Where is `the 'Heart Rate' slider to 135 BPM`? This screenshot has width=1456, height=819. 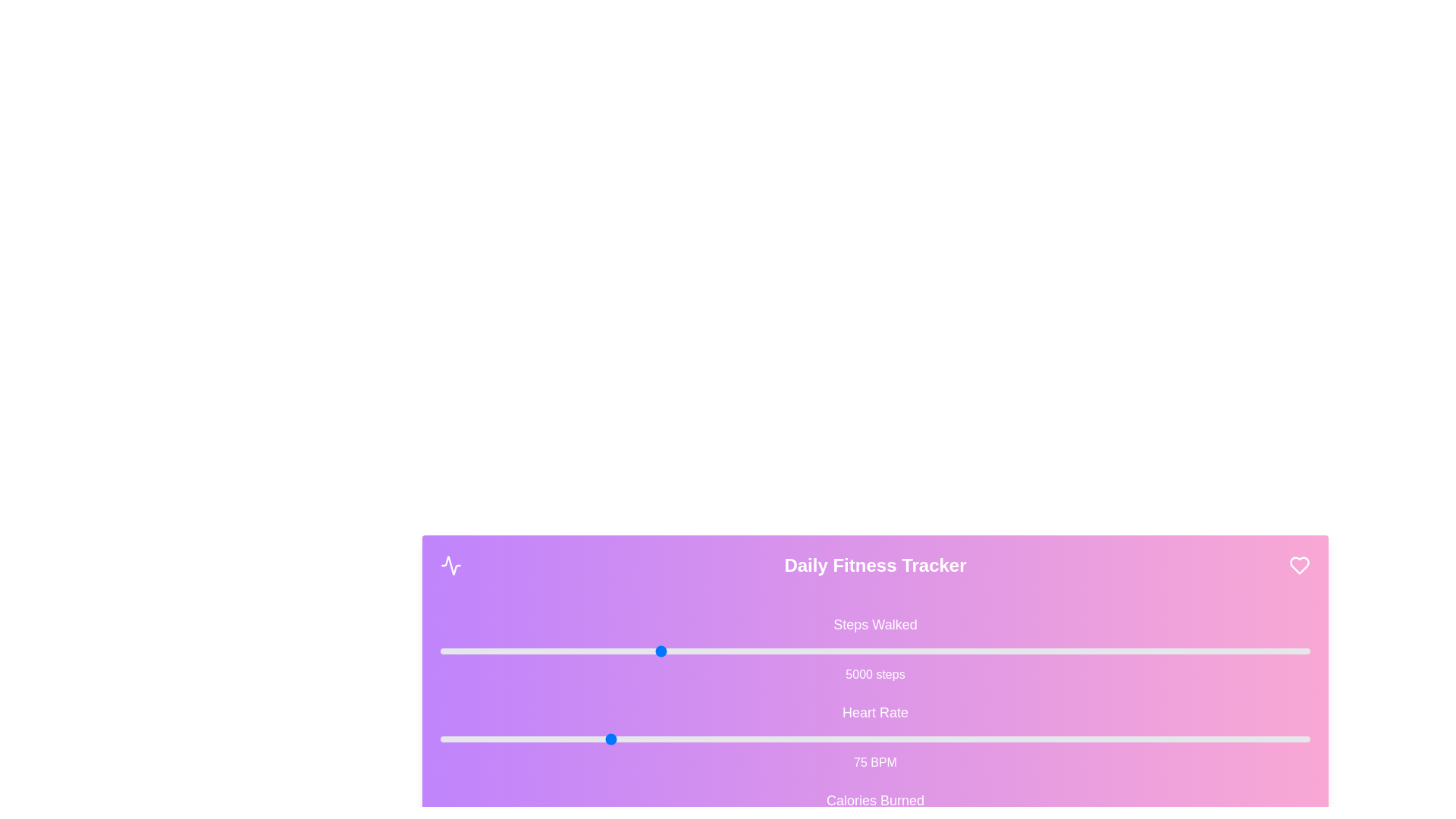
the 'Heart Rate' slider to 135 BPM is located at coordinates (1009, 739).